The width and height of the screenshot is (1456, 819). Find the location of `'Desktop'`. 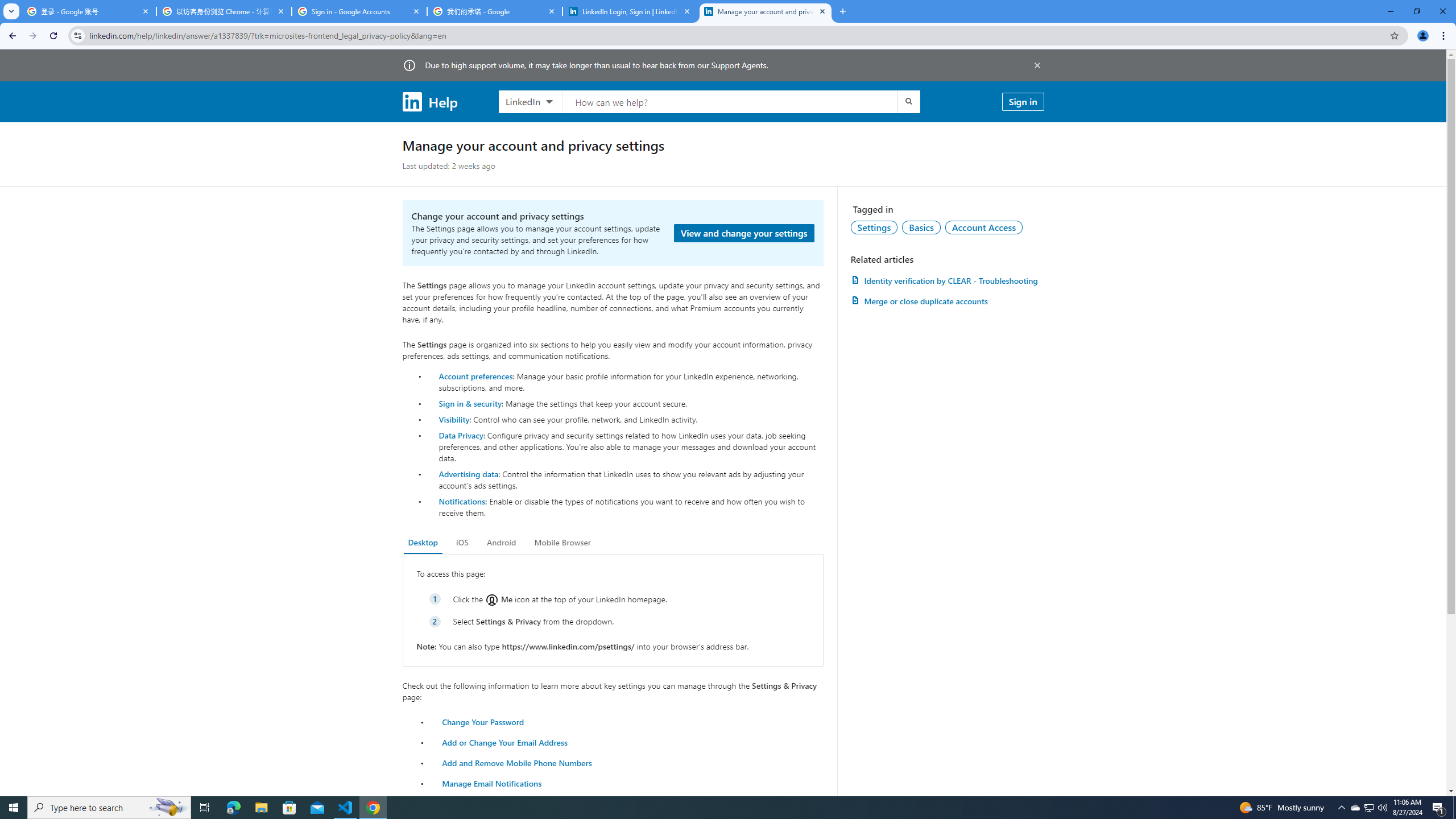

'Desktop' is located at coordinates (422, 542).